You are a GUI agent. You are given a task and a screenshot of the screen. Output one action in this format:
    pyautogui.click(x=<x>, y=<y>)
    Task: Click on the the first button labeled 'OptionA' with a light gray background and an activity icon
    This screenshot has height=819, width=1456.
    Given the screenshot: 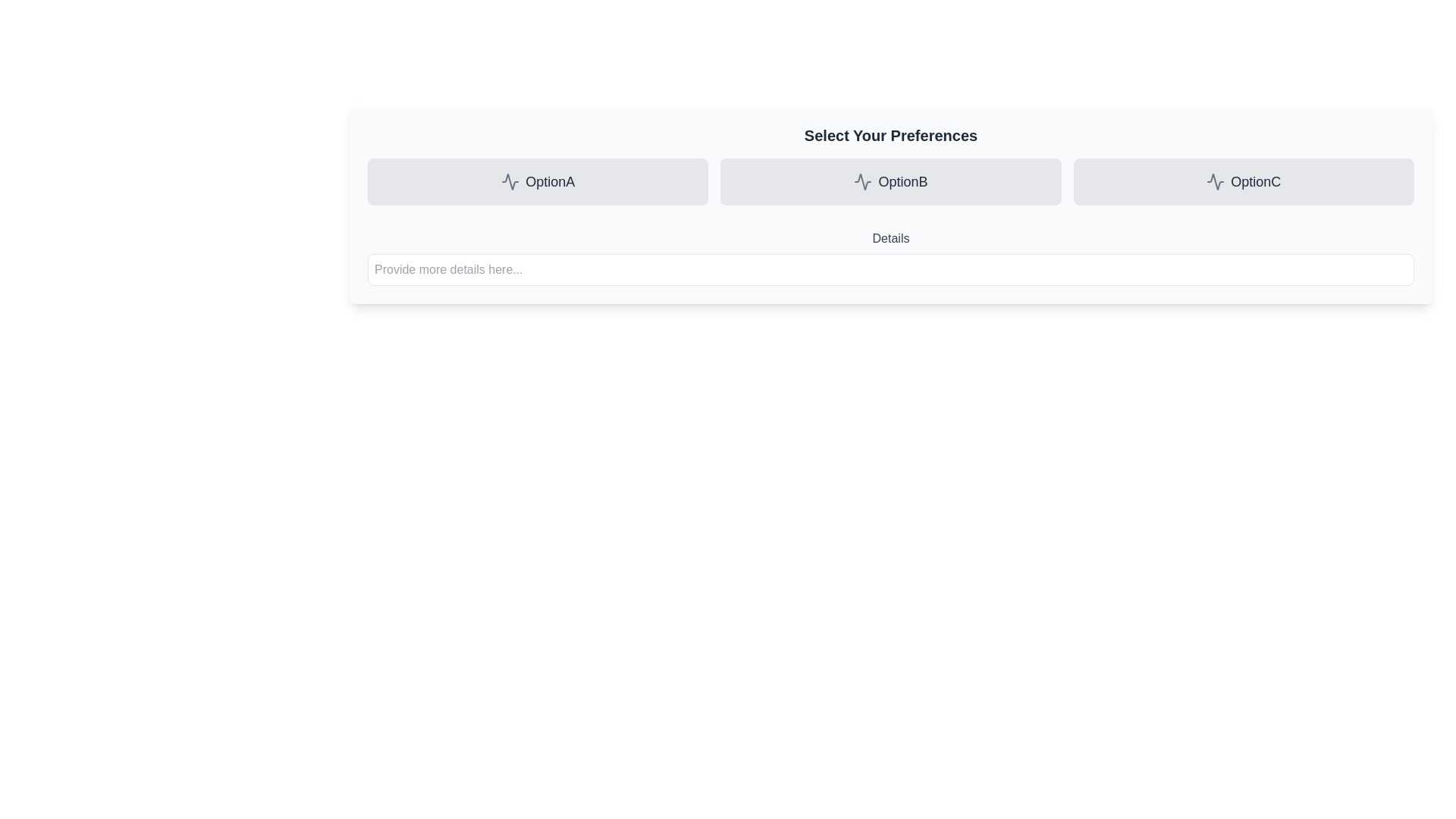 What is the action you would take?
    pyautogui.click(x=538, y=180)
    